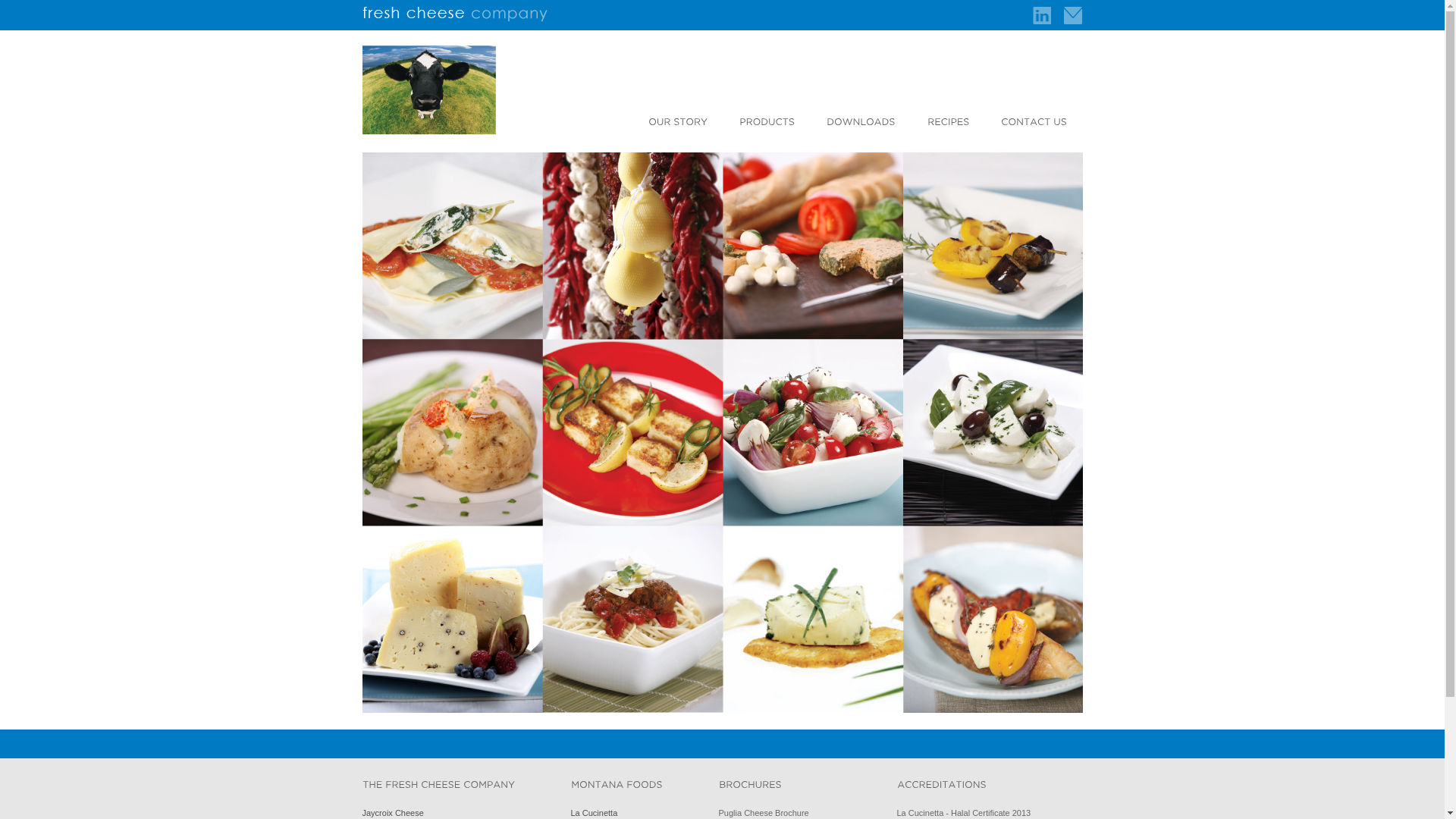 The image size is (1456, 819). What do you see at coordinates (570, 812) in the screenshot?
I see `'La Cucinetta'` at bounding box center [570, 812].